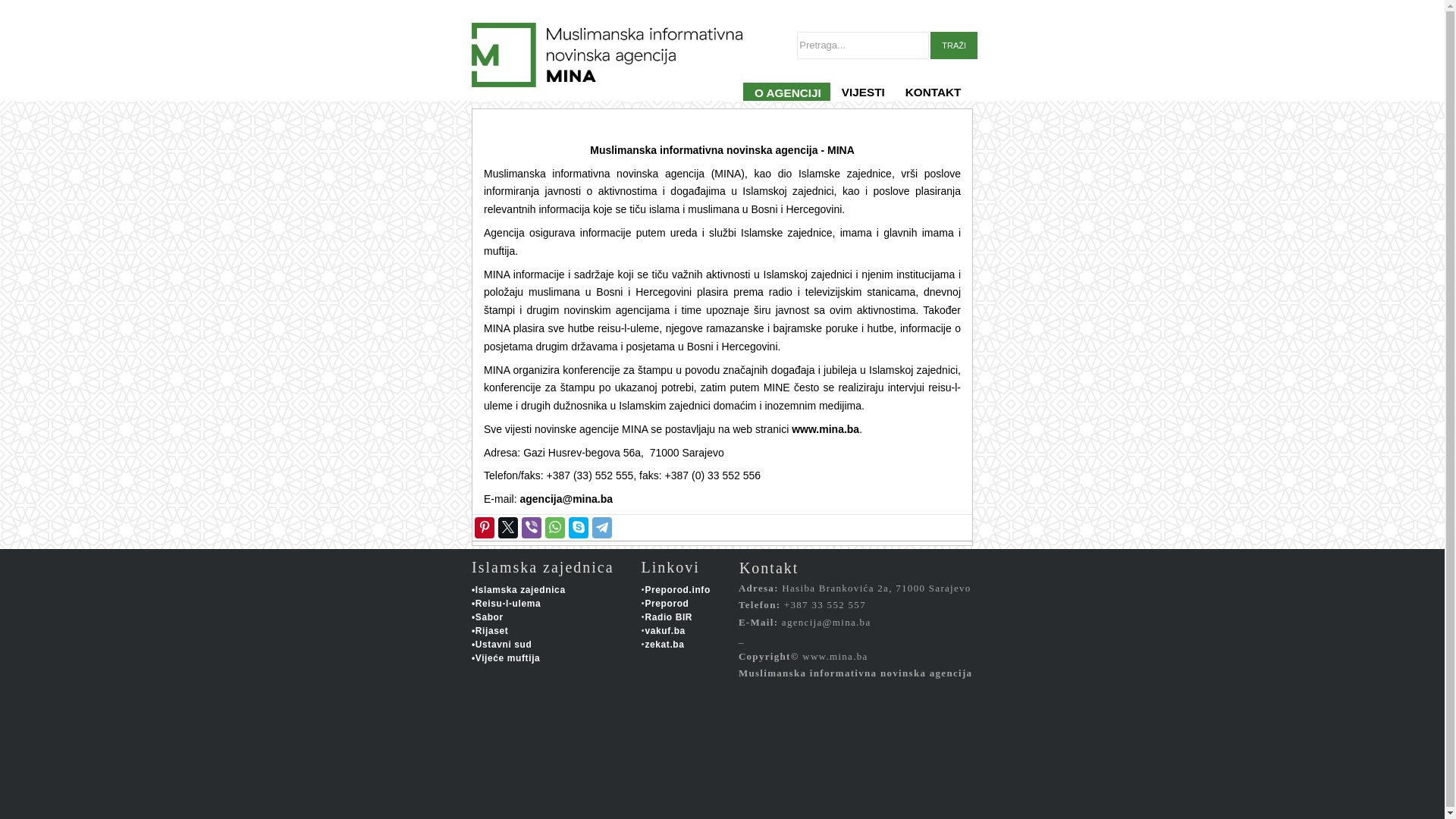  I want to click on 'Skype', so click(566, 526).